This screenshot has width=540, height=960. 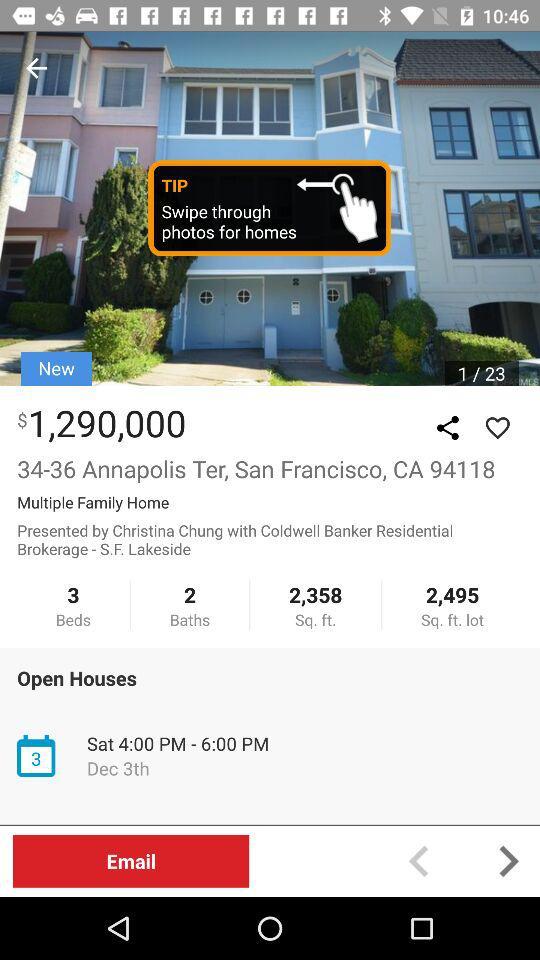 I want to click on preview button, so click(x=418, y=860).